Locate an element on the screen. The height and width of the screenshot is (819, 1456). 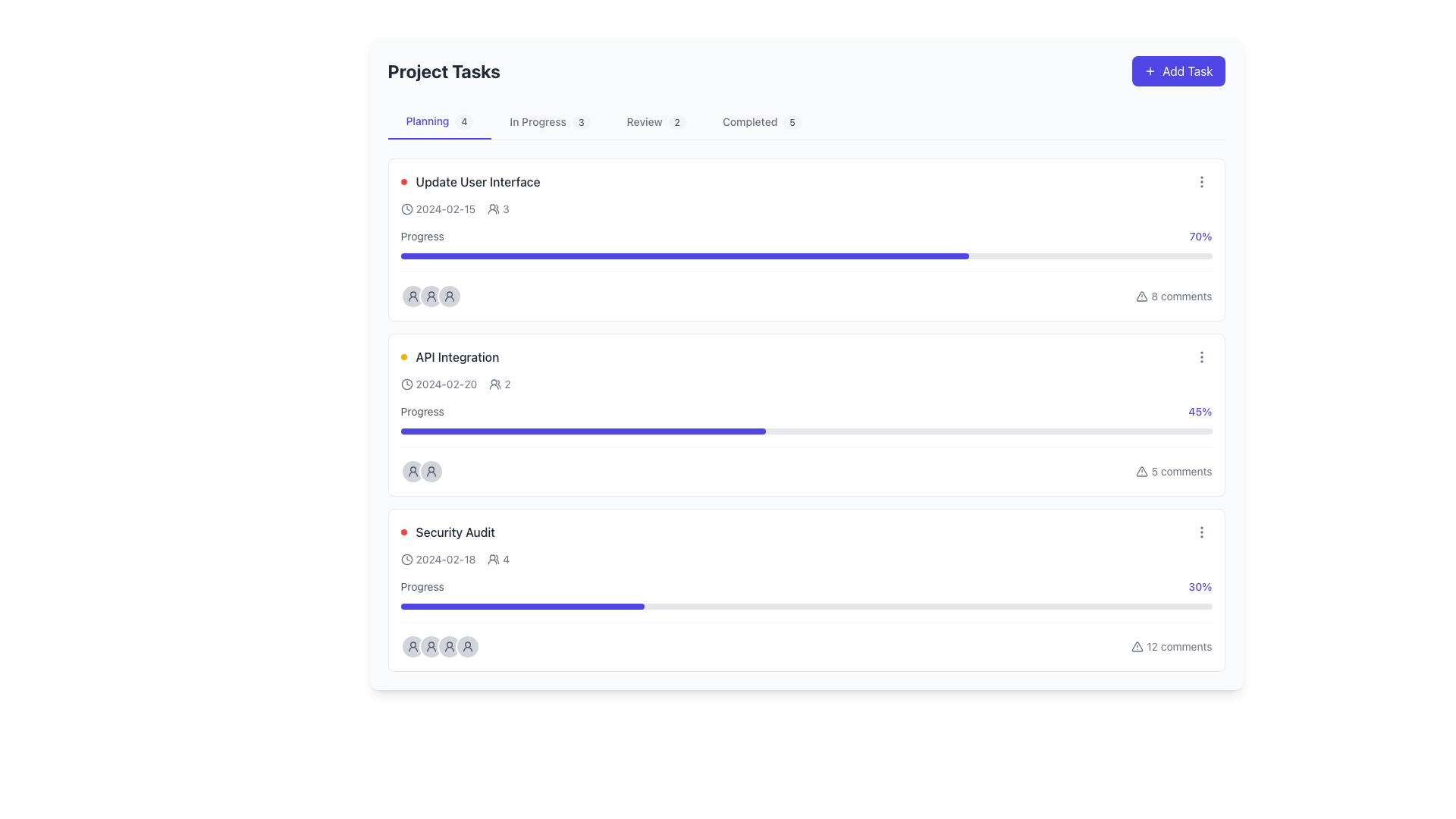
the small user group icon with the number '3' in the 'Update User Interface' task card located in the 'Planning' section is located at coordinates (498, 209).